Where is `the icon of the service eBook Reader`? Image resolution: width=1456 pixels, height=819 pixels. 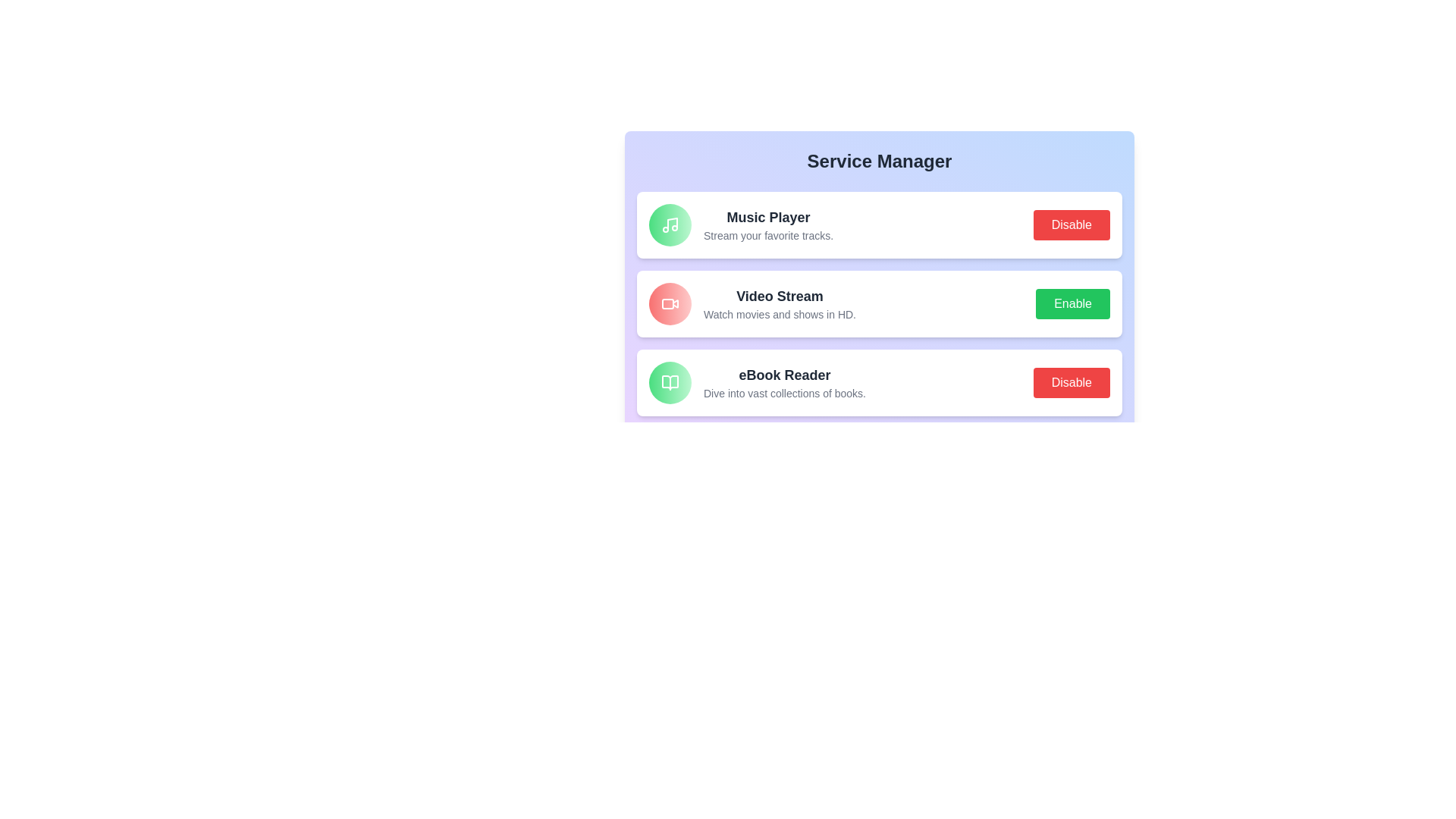
the icon of the service eBook Reader is located at coordinates (669, 382).